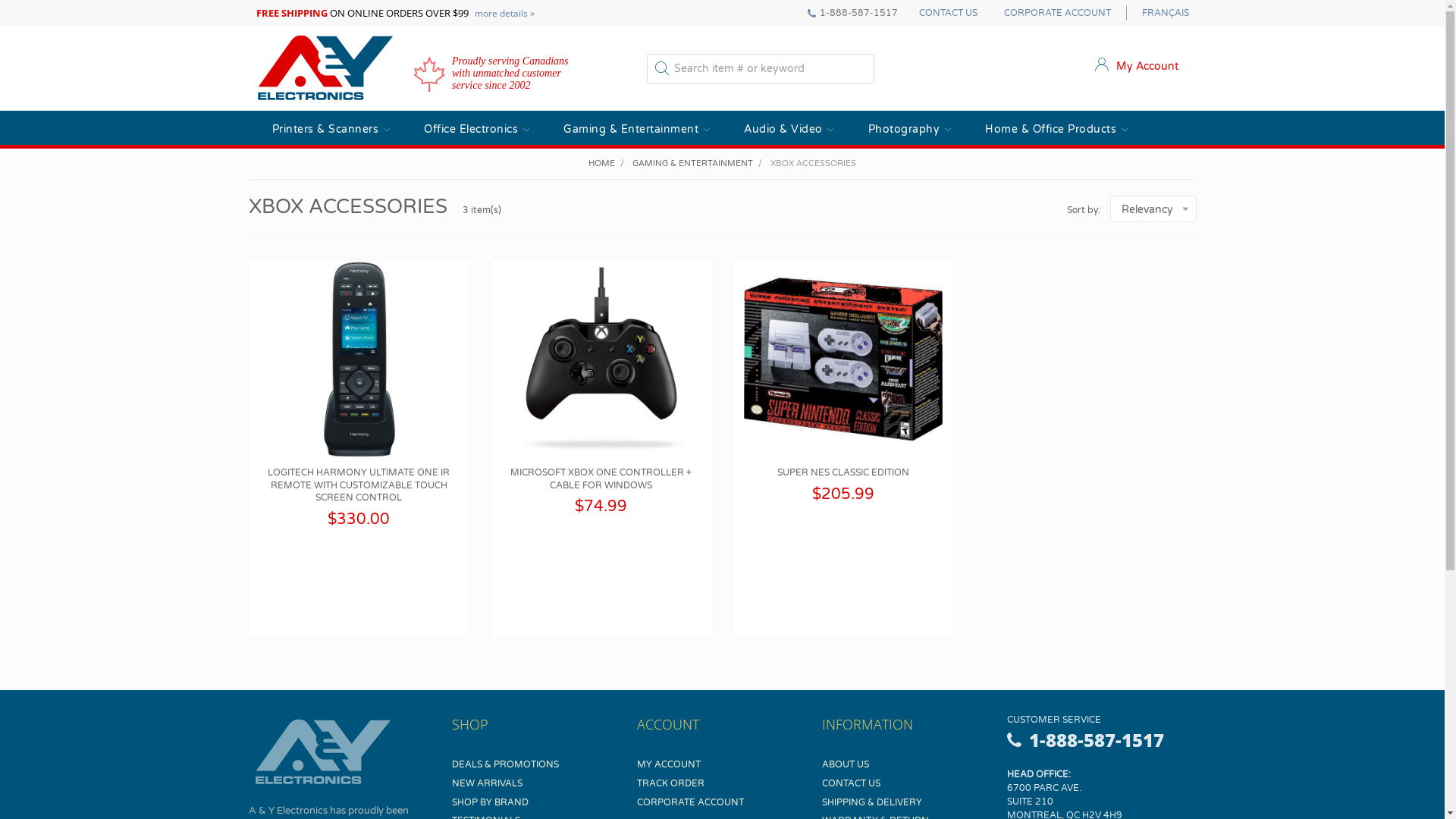 The height and width of the screenshot is (819, 1456). Describe the element at coordinates (1056, 12) in the screenshot. I see `'CORPORATE ACCOUNT'` at that location.